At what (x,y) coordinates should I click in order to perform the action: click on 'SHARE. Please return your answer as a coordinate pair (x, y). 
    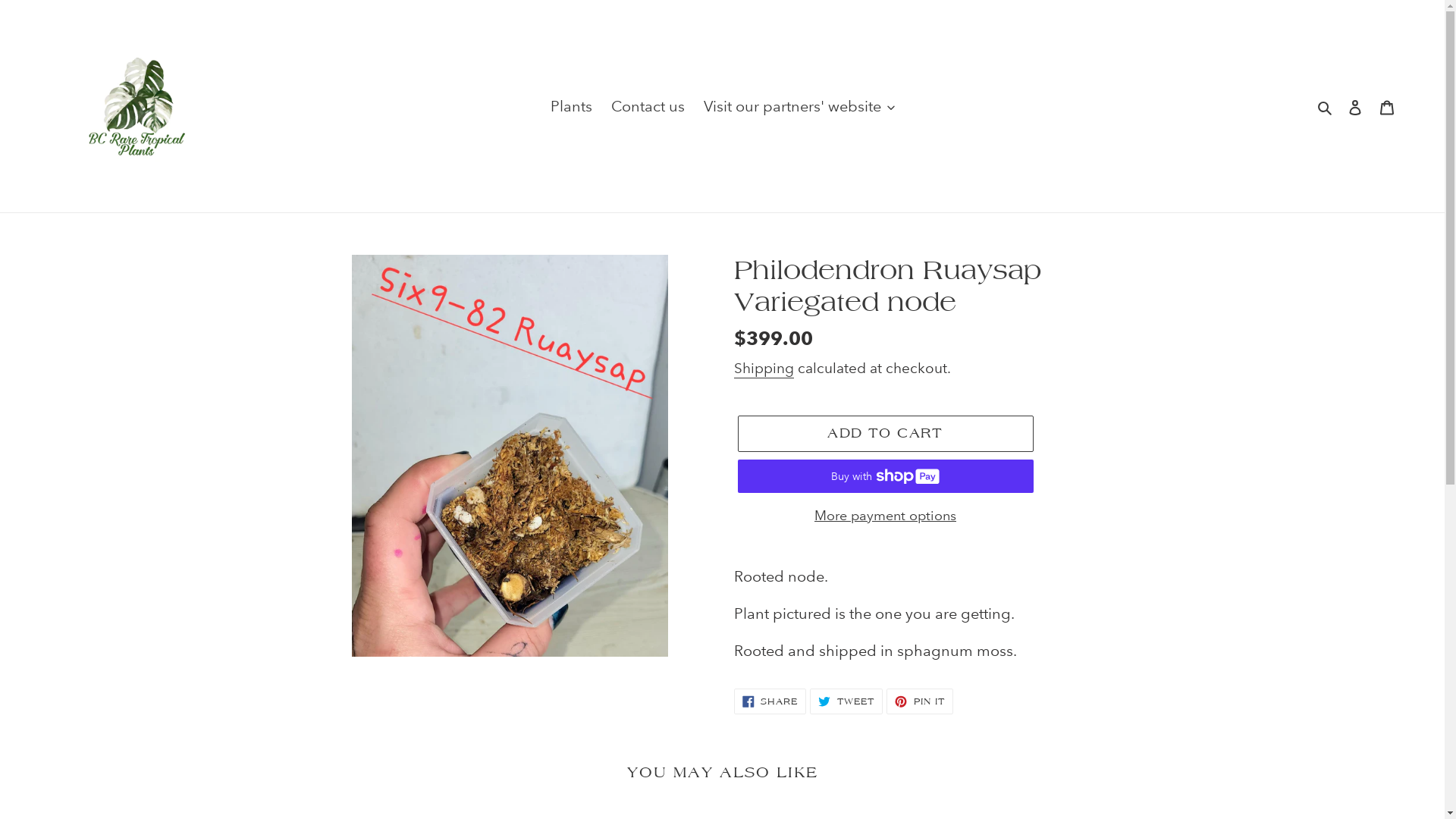
    Looking at the image, I should click on (770, 701).